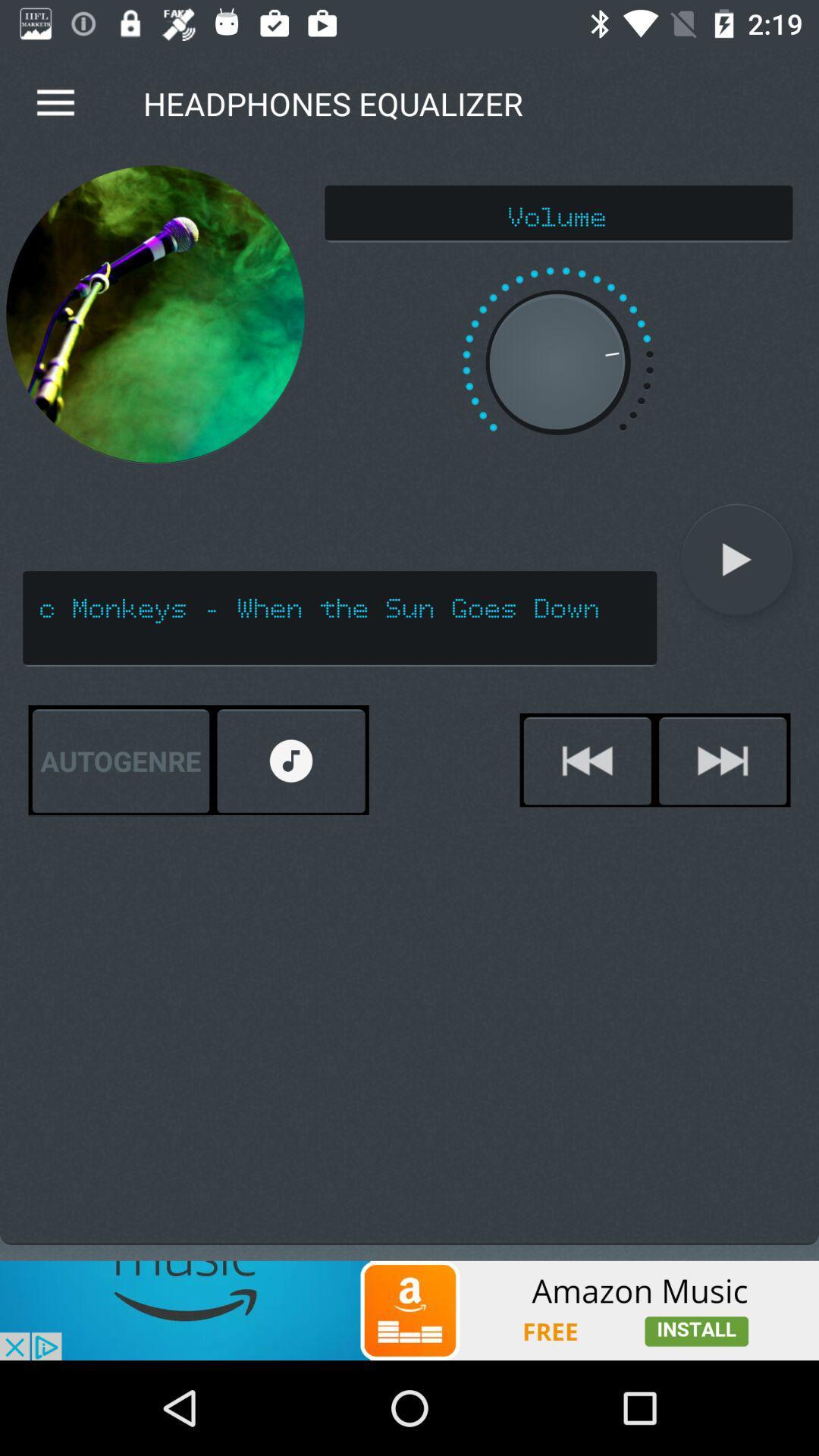 The width and height of the screenshot is (819, 1456). I want to click on the refresh icon, so click(291, 761).